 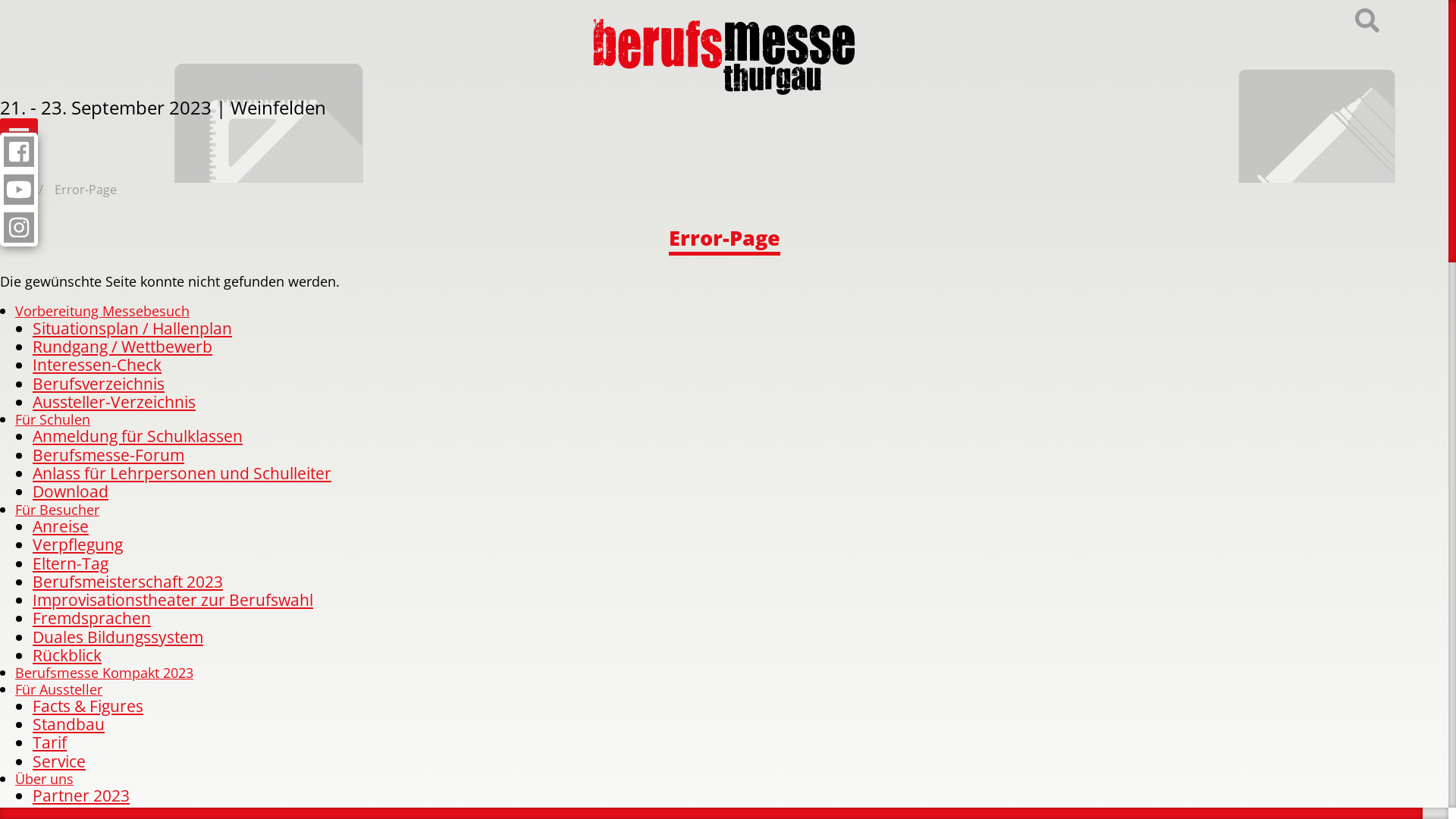 I want to click on 'Verpflegung', so click(x=77, y=543).